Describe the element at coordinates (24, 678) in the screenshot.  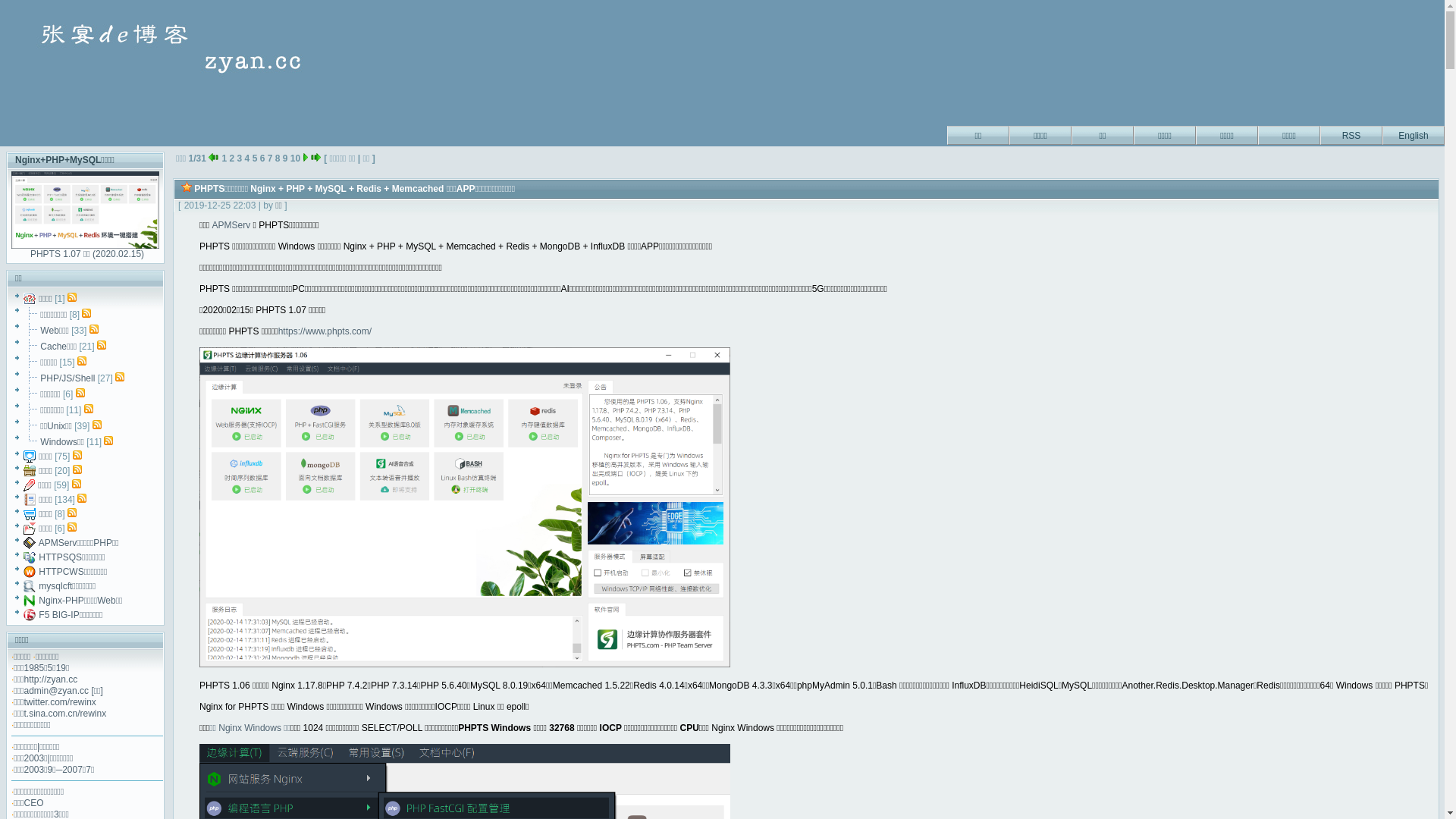
I see `'http://zyan.cc'` at that location.